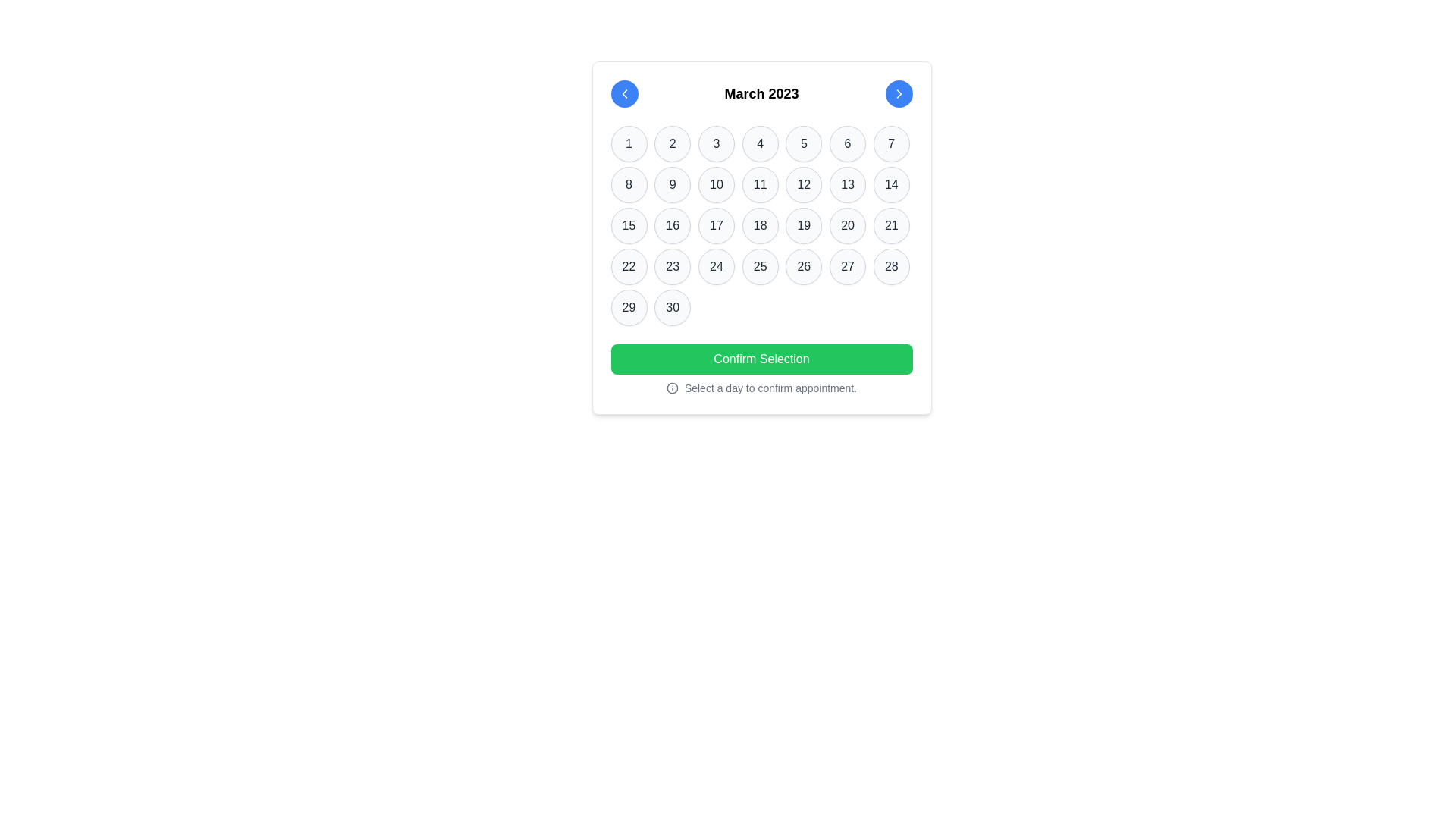  What do you see at coordinates (899, 93) in the screenshot?
I see `the right-pointing chevron icon in the circular blue button located on the right side of the calendar header` at bounding box center [899, 93].